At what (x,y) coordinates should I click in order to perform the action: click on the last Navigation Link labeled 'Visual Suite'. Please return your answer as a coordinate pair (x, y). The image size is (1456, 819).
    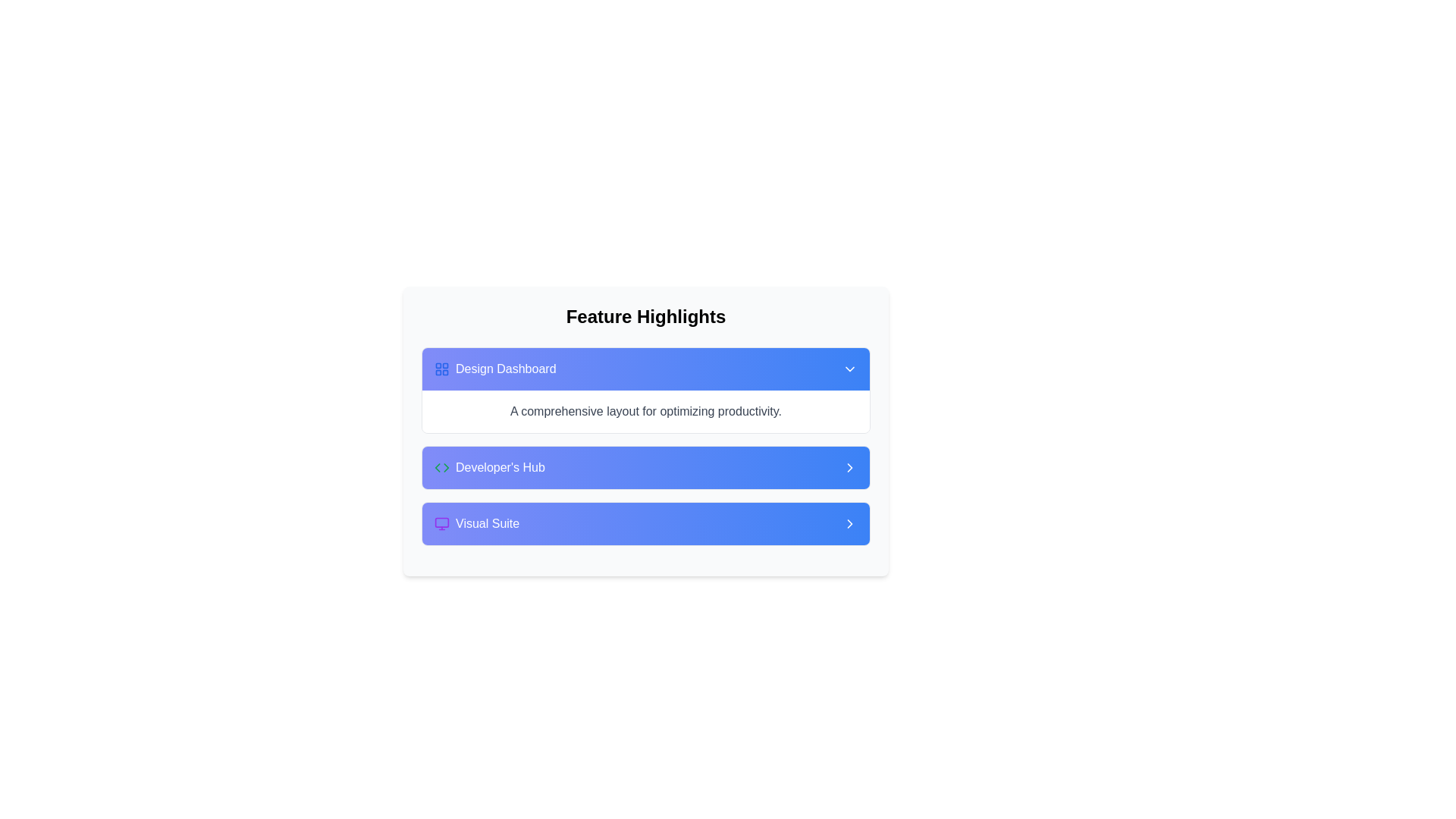
    Looking at the image, I should click on (476, 522).